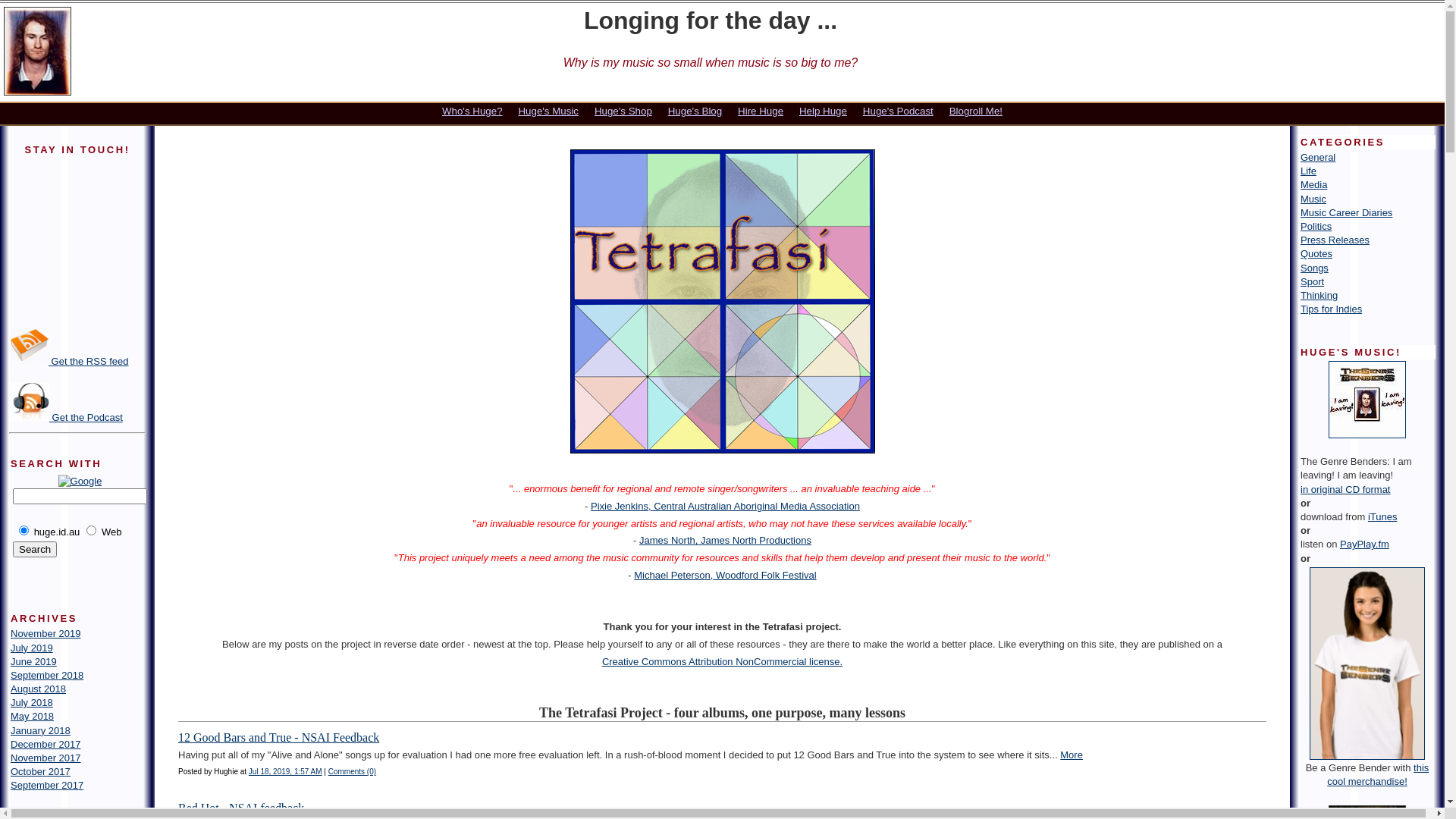 The height and width of the screenshot is (819, 1456). I want to click on 'Get the Podcast', so click(65, 417).